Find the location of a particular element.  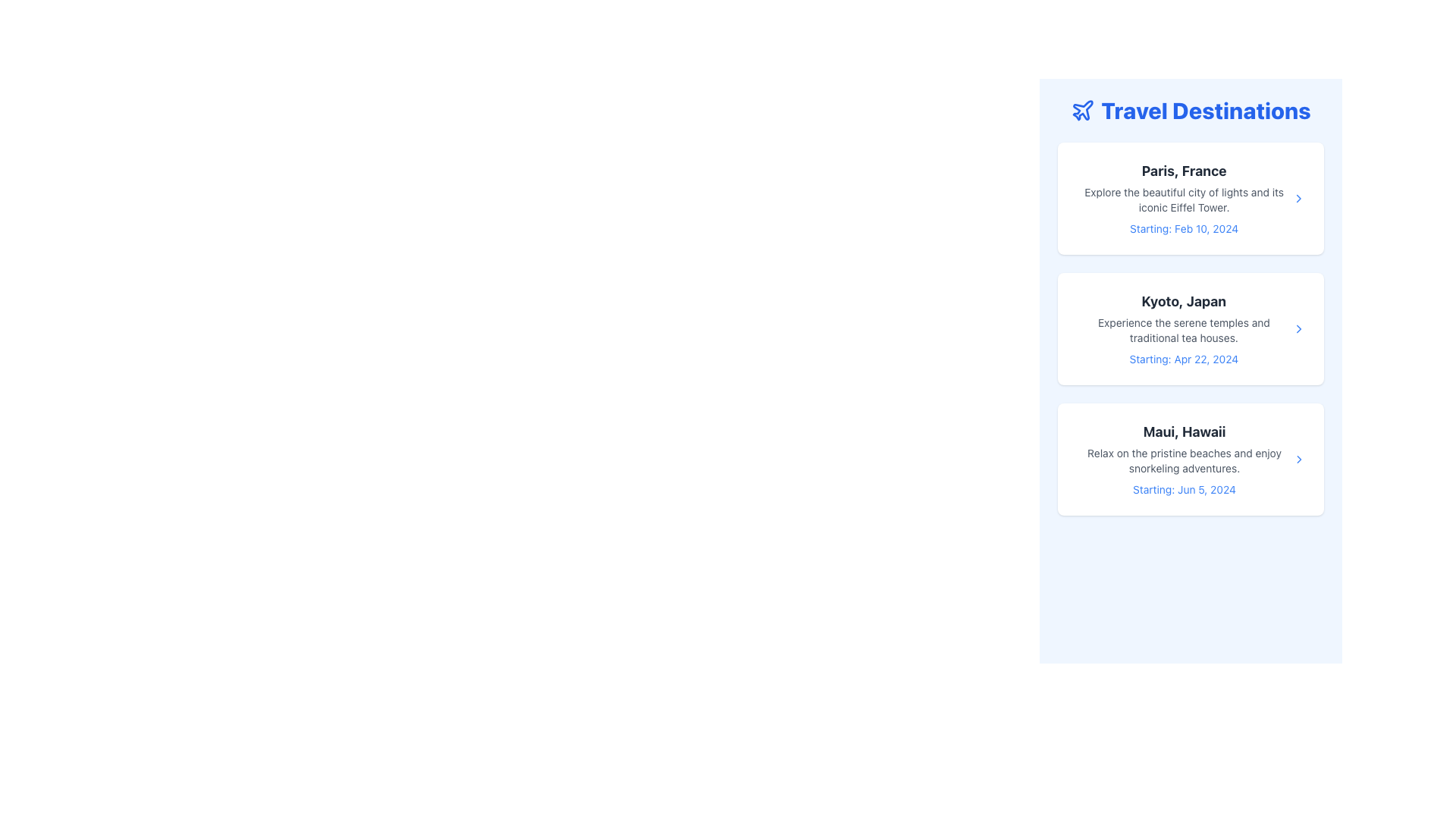

the bolded text element displaying 'Paris, France' is located at coordinates (1183, 171).